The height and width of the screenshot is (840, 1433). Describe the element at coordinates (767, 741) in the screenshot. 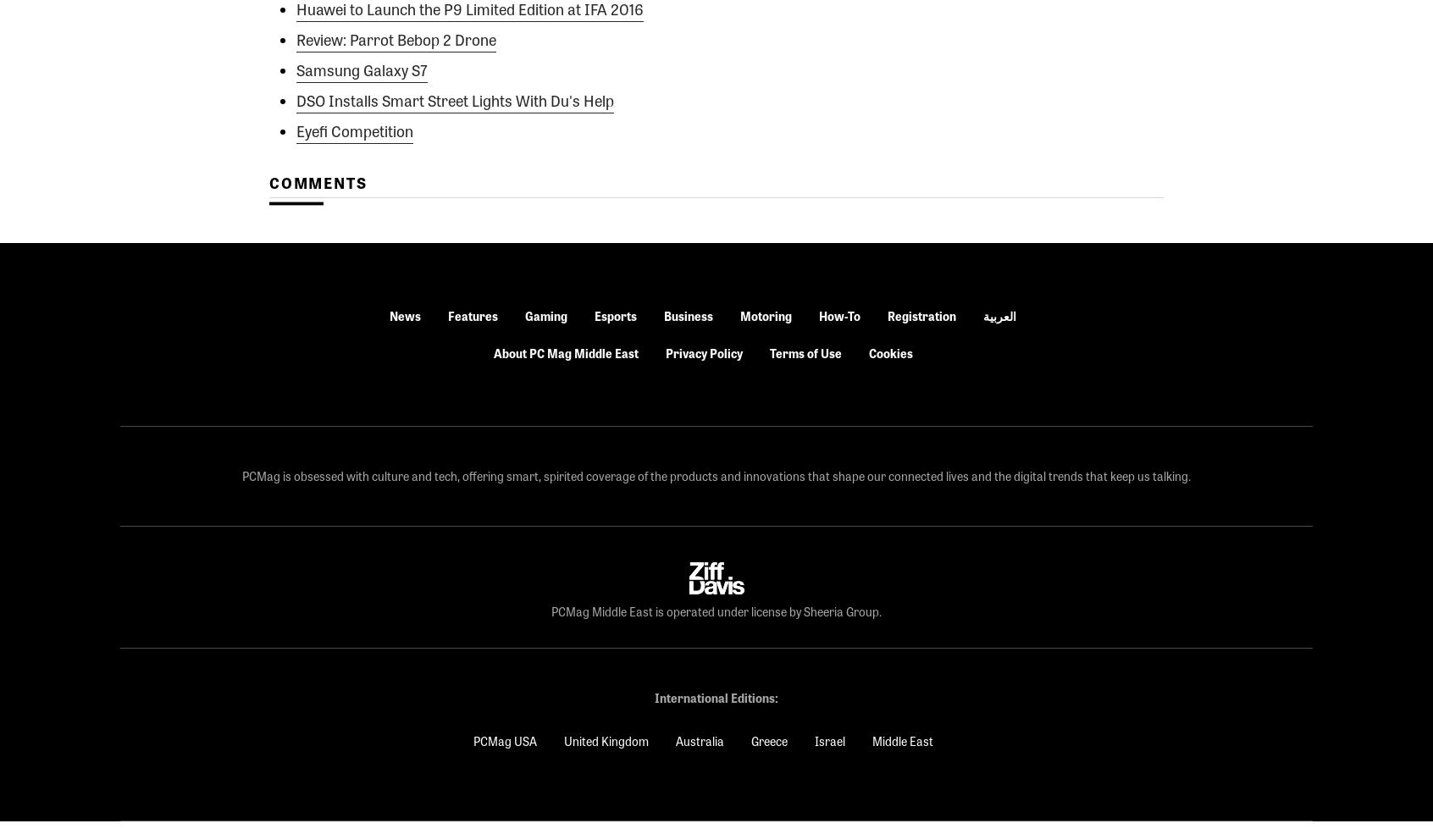

I see `'Greece'` at that location.